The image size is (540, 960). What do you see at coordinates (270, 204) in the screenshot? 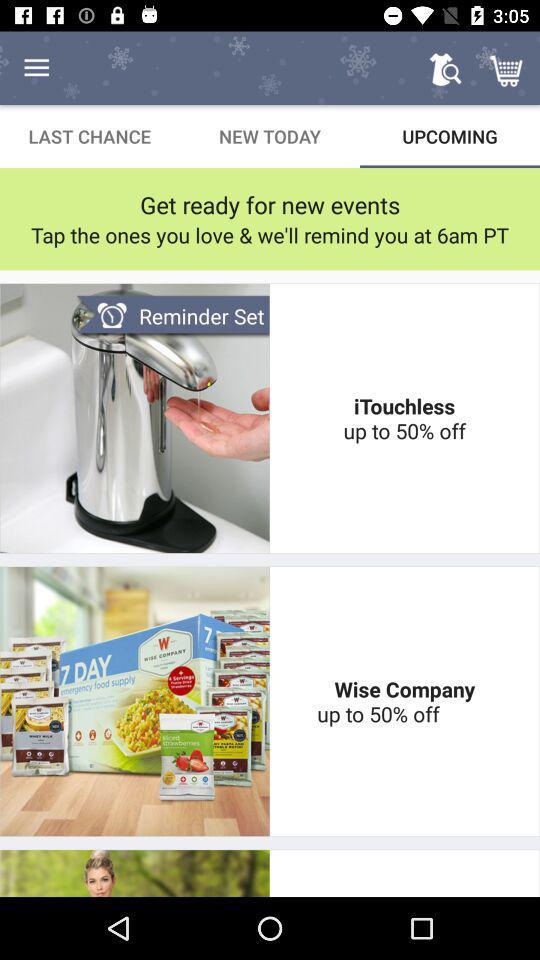
I see `the item above the tap the ones item` at bounding box center [270, 204].